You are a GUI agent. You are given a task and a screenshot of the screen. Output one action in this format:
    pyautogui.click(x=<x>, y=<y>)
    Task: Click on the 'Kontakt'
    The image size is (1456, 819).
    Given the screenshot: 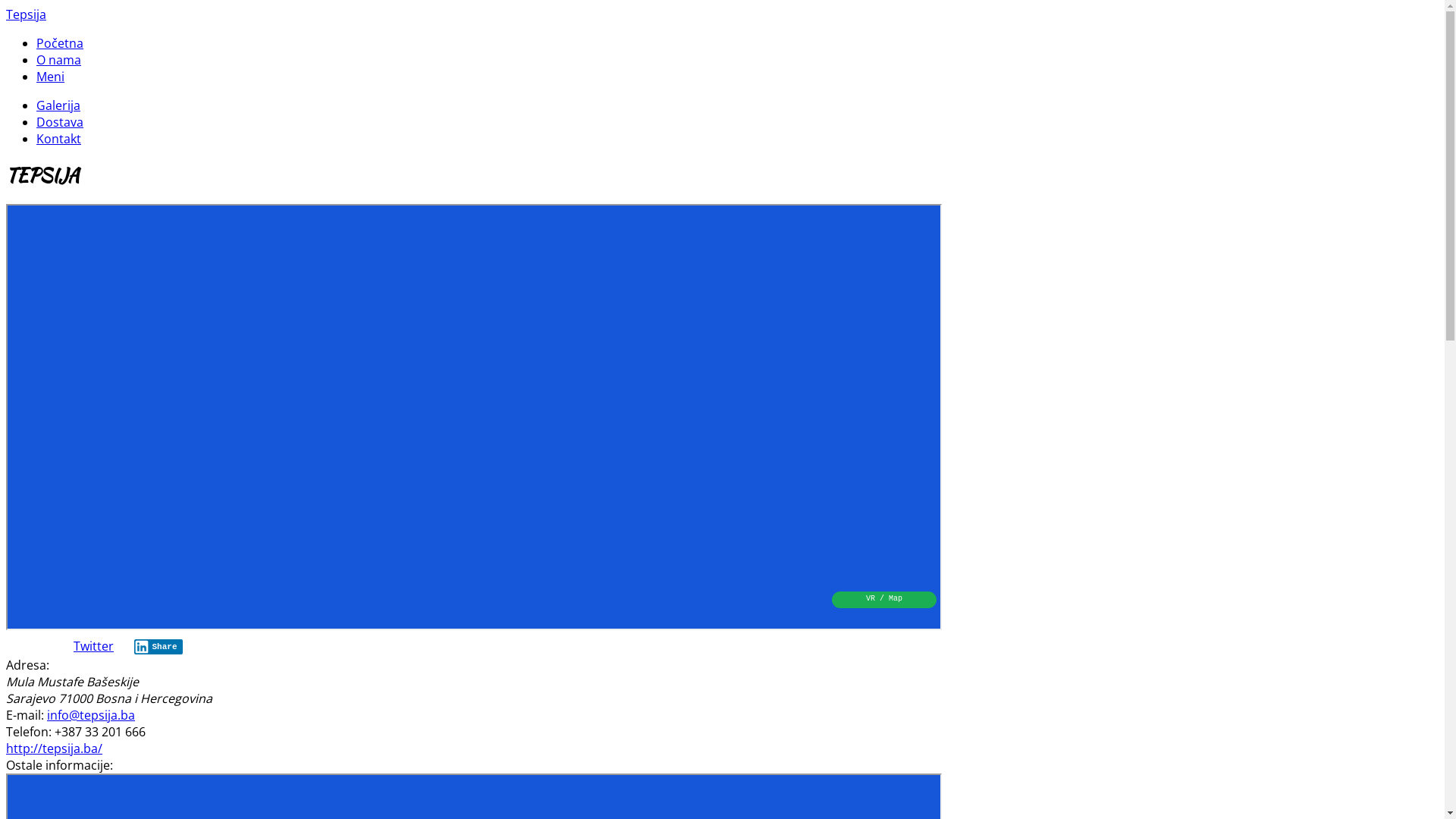 What is the action you would take?
    pyautogui.click(x=58, y=138)
    